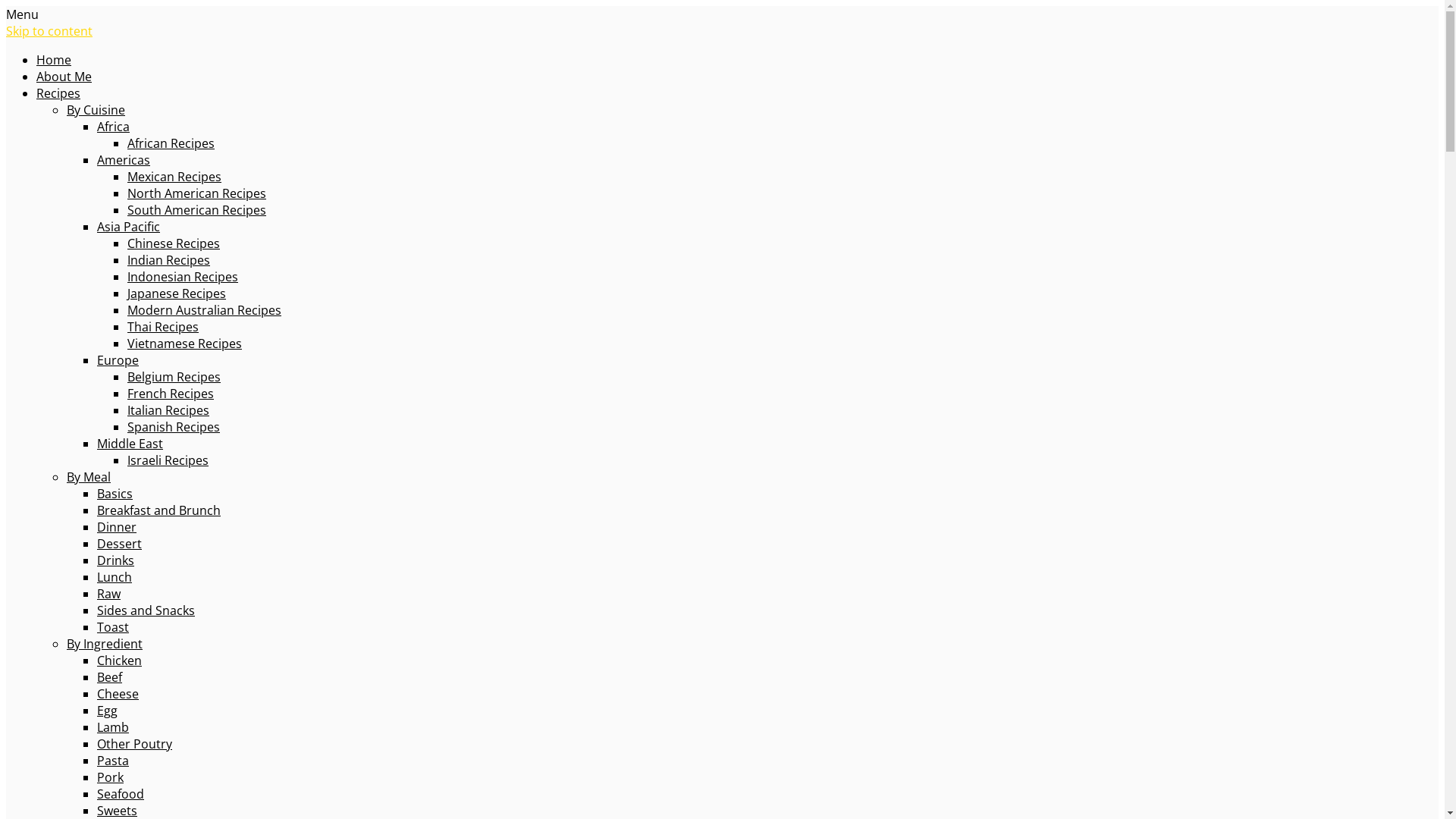 The width and height of the screenshot is (1456, 819). I want to click on 'Raw', so click(108, 593).